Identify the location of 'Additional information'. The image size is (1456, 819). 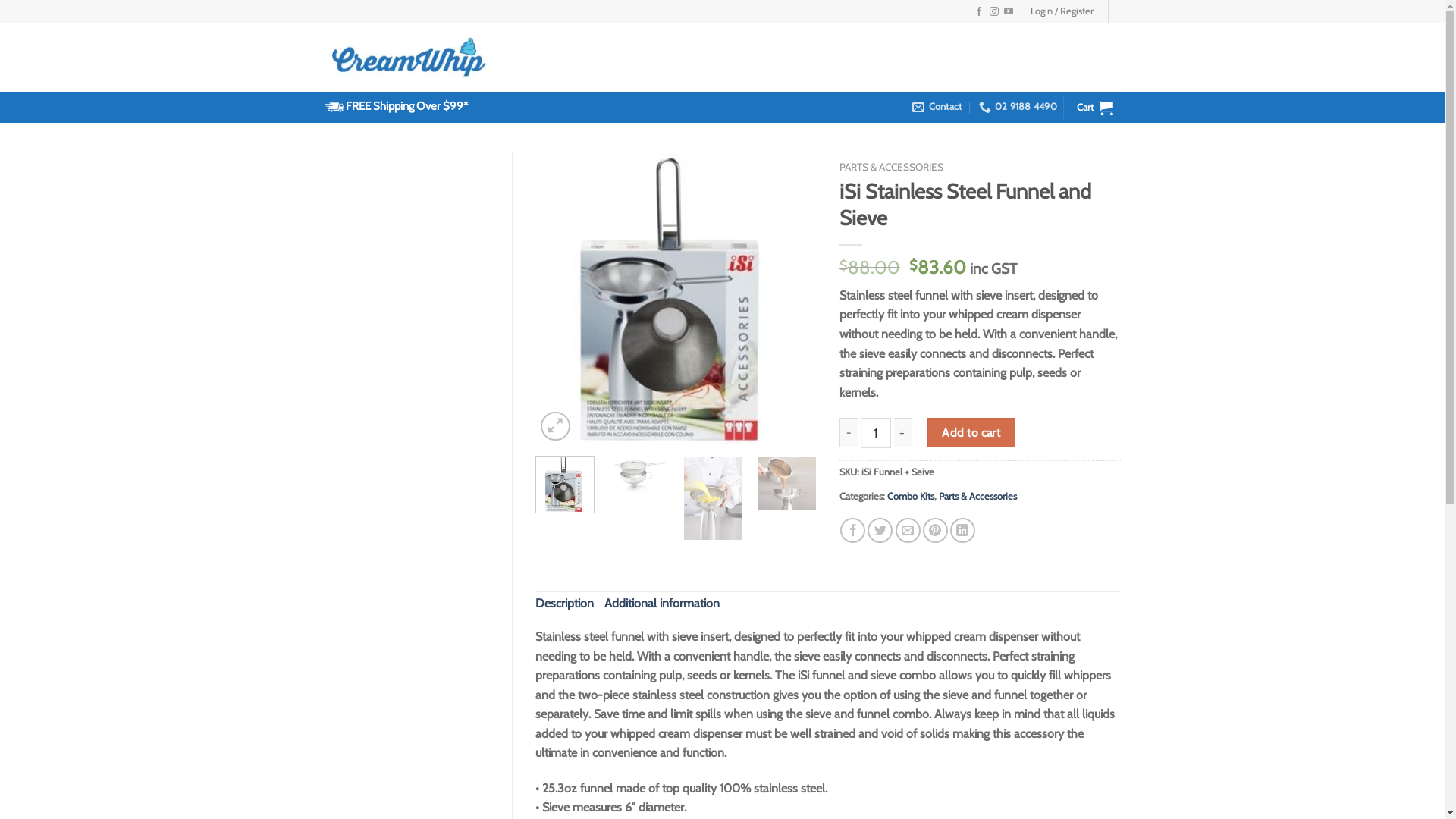
(662, 602).